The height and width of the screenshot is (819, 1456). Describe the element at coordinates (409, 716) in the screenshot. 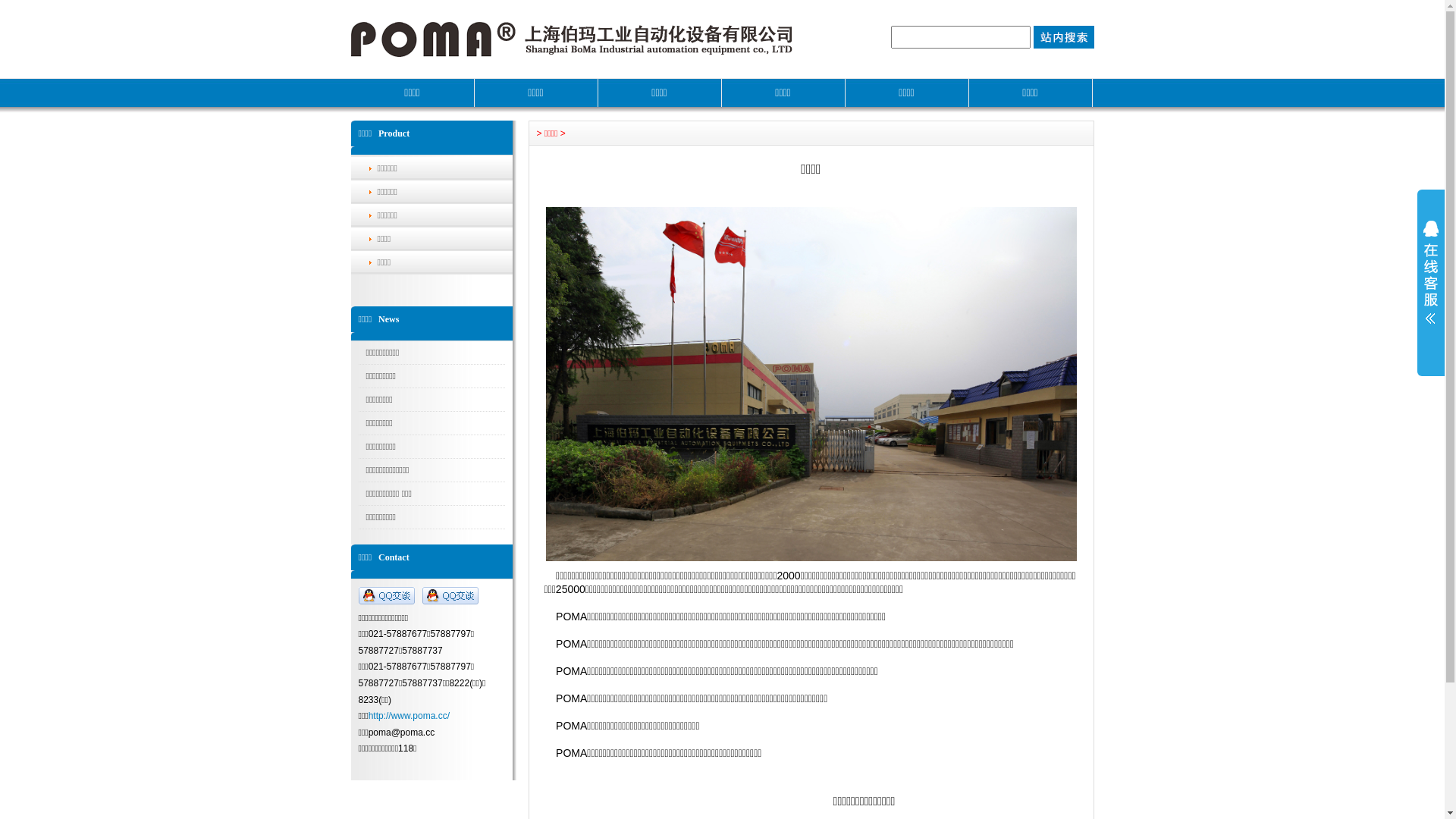

I see `'http://www.poma.cc/'` at that location.